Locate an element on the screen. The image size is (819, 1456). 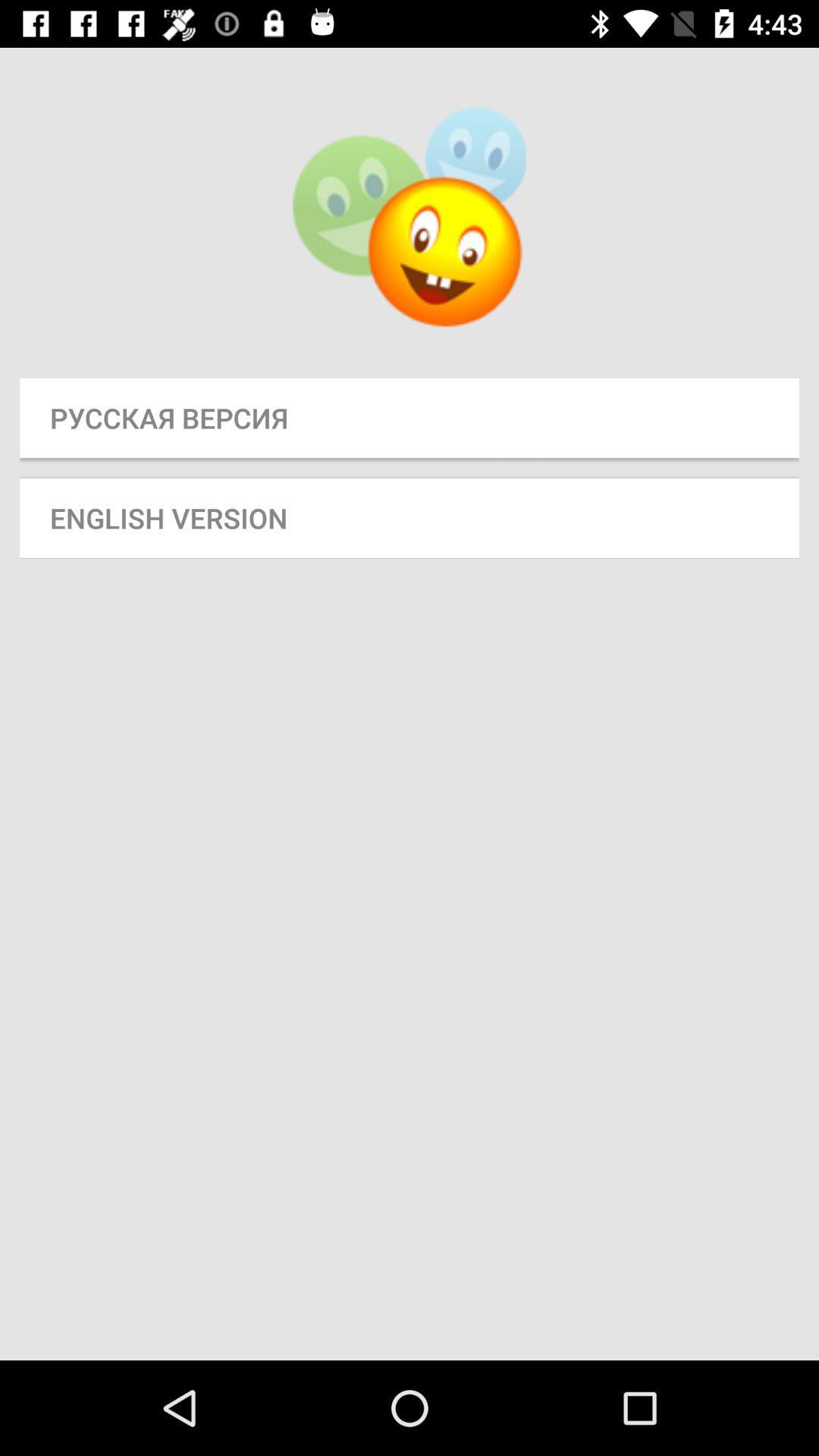
the english version icon is located at coordinates (409, 518).